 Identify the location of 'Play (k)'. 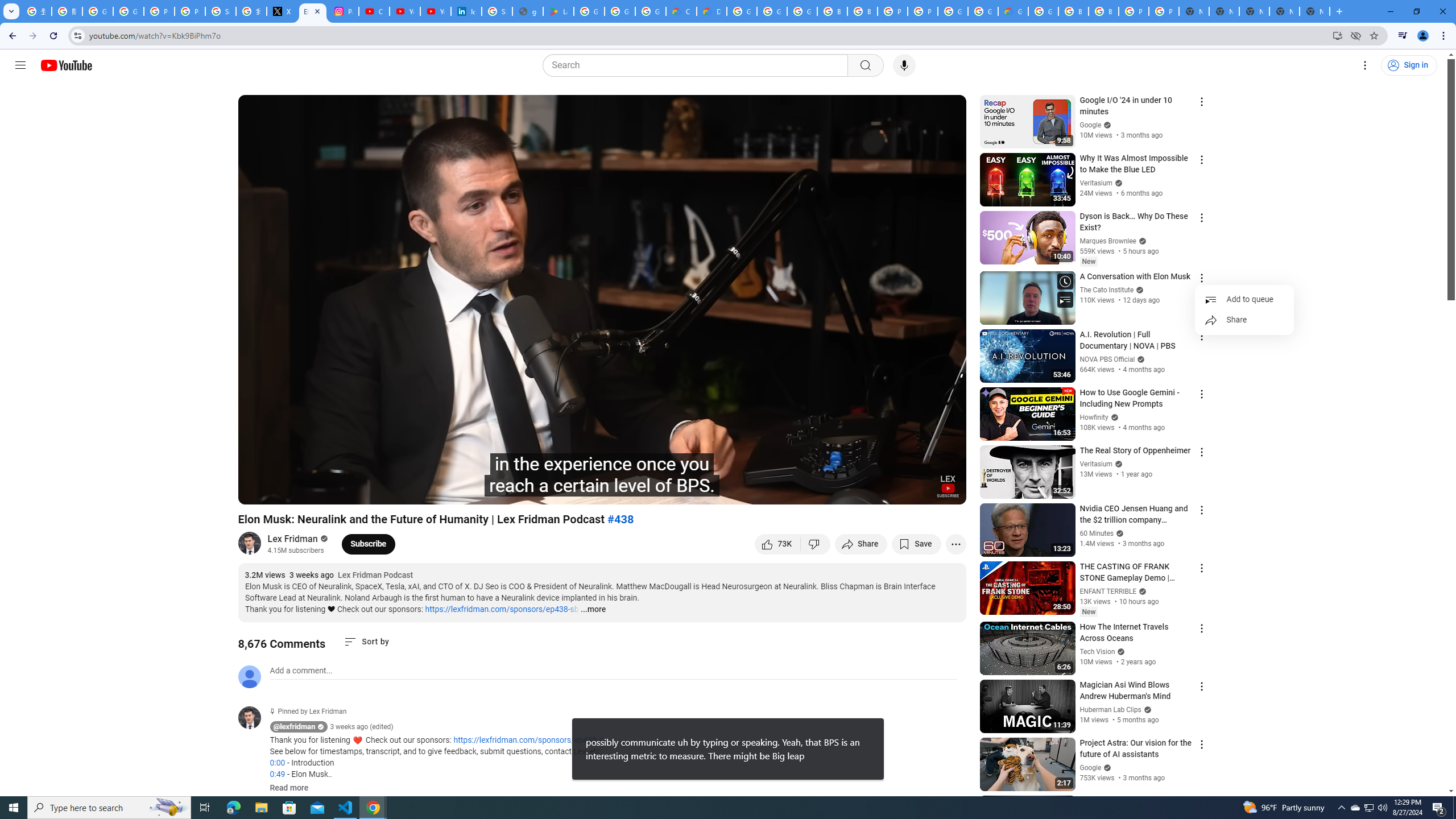
(257, 490).